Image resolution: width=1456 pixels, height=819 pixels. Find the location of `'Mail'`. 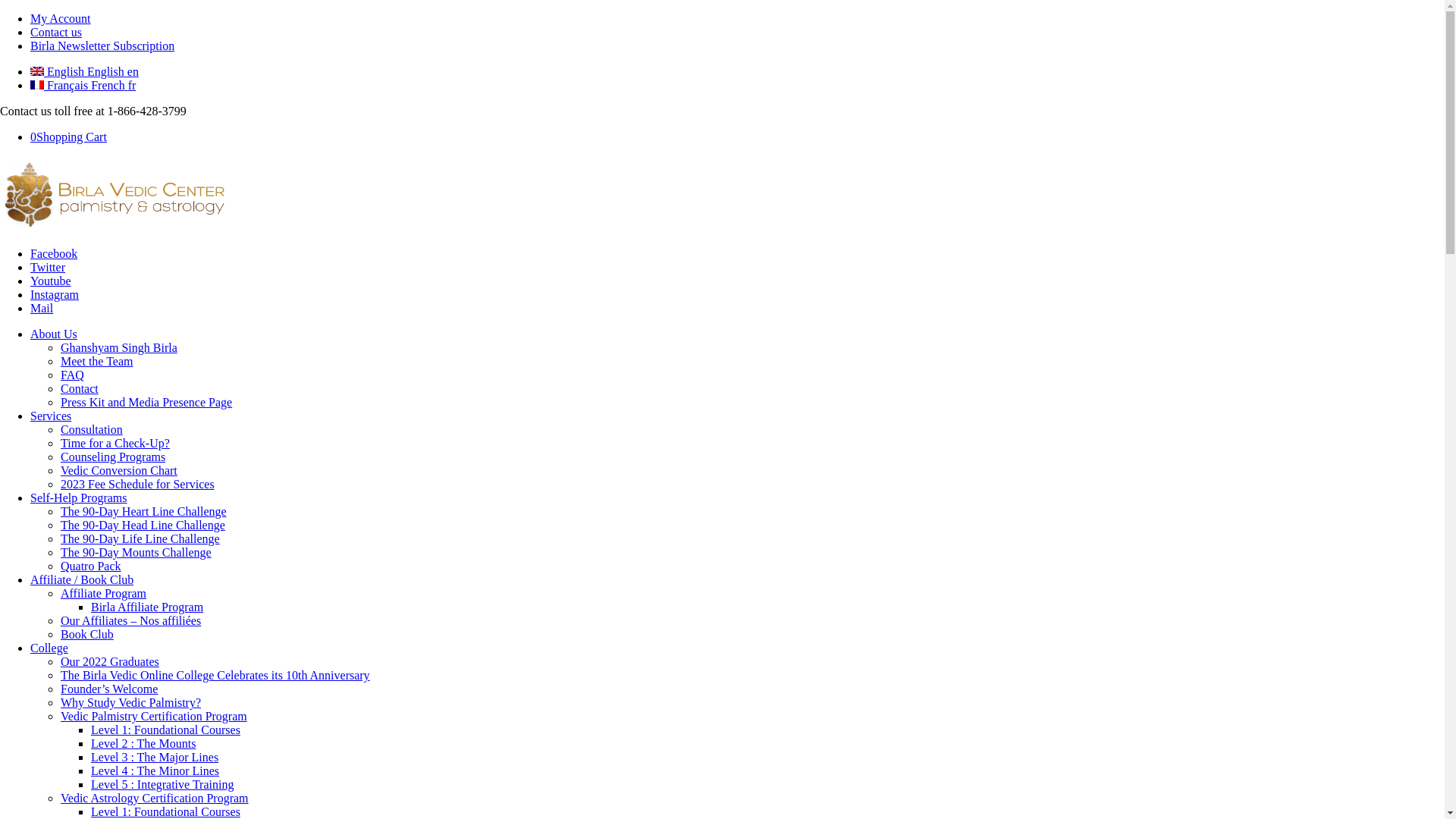

'Mail' is located at coordinates (41, 307).